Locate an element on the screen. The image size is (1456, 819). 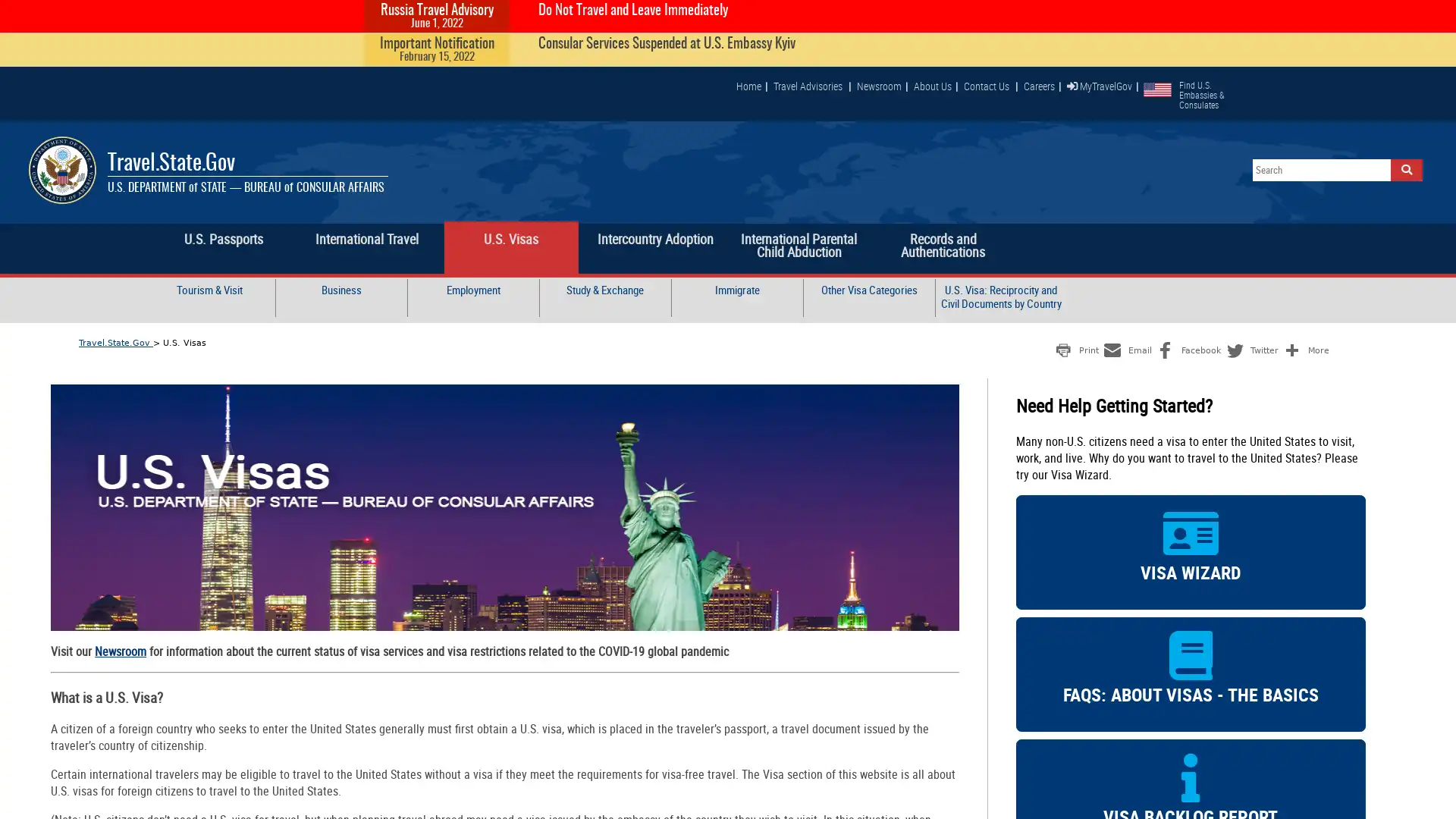
Share to More More is located at coordinates (1304, 350).